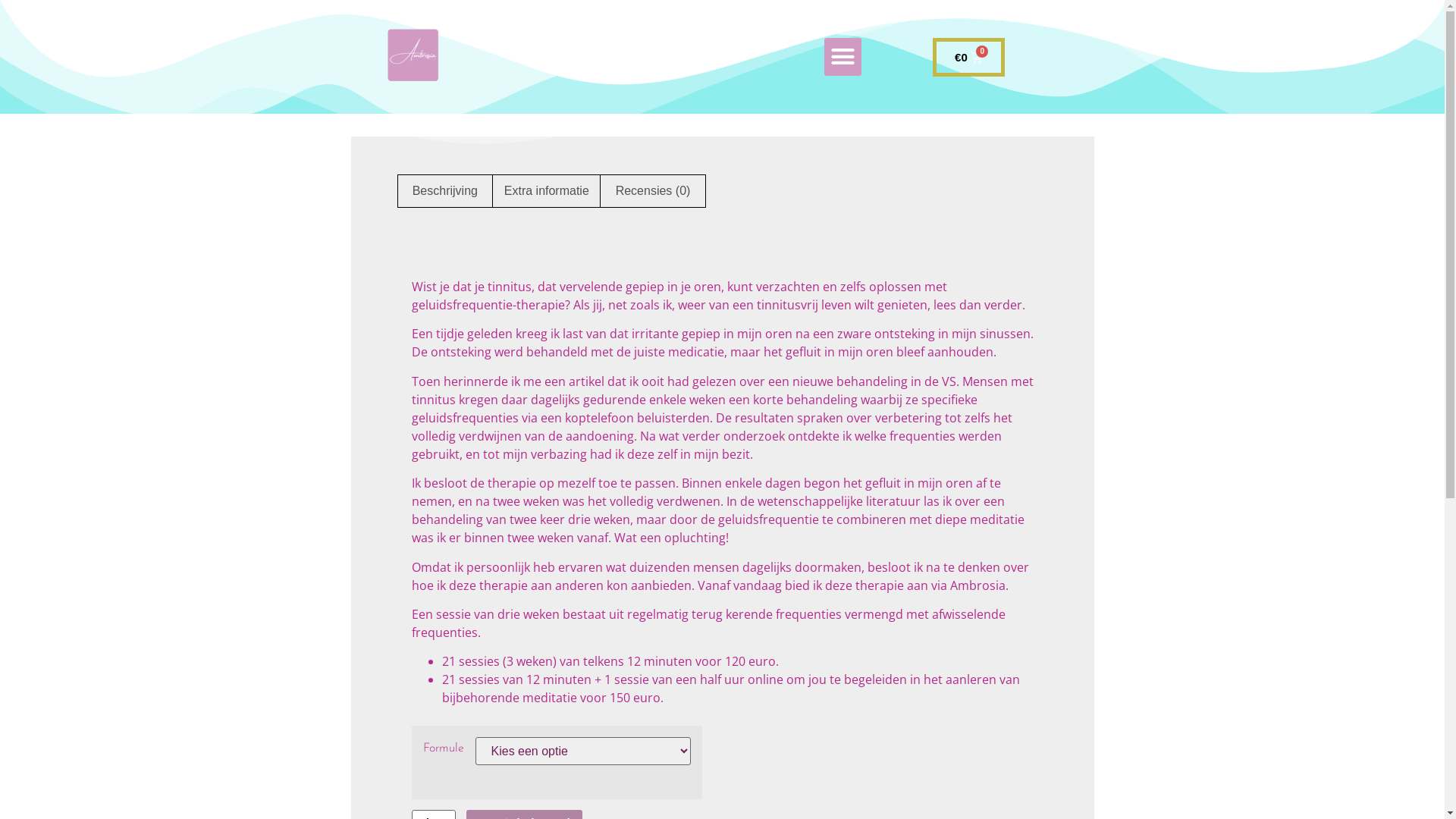 The height and width of the screenshot is (819, 1456). I want to click on 'Beschrijving', so click(397, 190).